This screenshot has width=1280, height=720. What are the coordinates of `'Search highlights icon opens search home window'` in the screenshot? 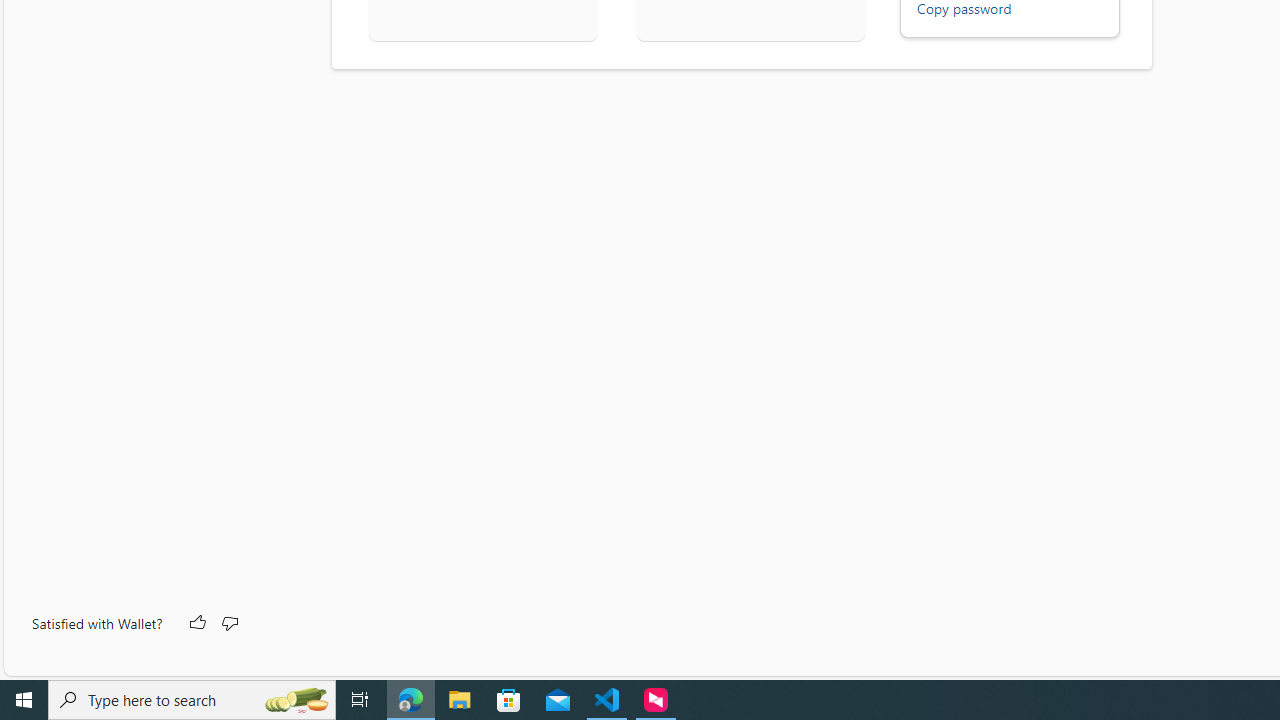 It's located at (294, 698).